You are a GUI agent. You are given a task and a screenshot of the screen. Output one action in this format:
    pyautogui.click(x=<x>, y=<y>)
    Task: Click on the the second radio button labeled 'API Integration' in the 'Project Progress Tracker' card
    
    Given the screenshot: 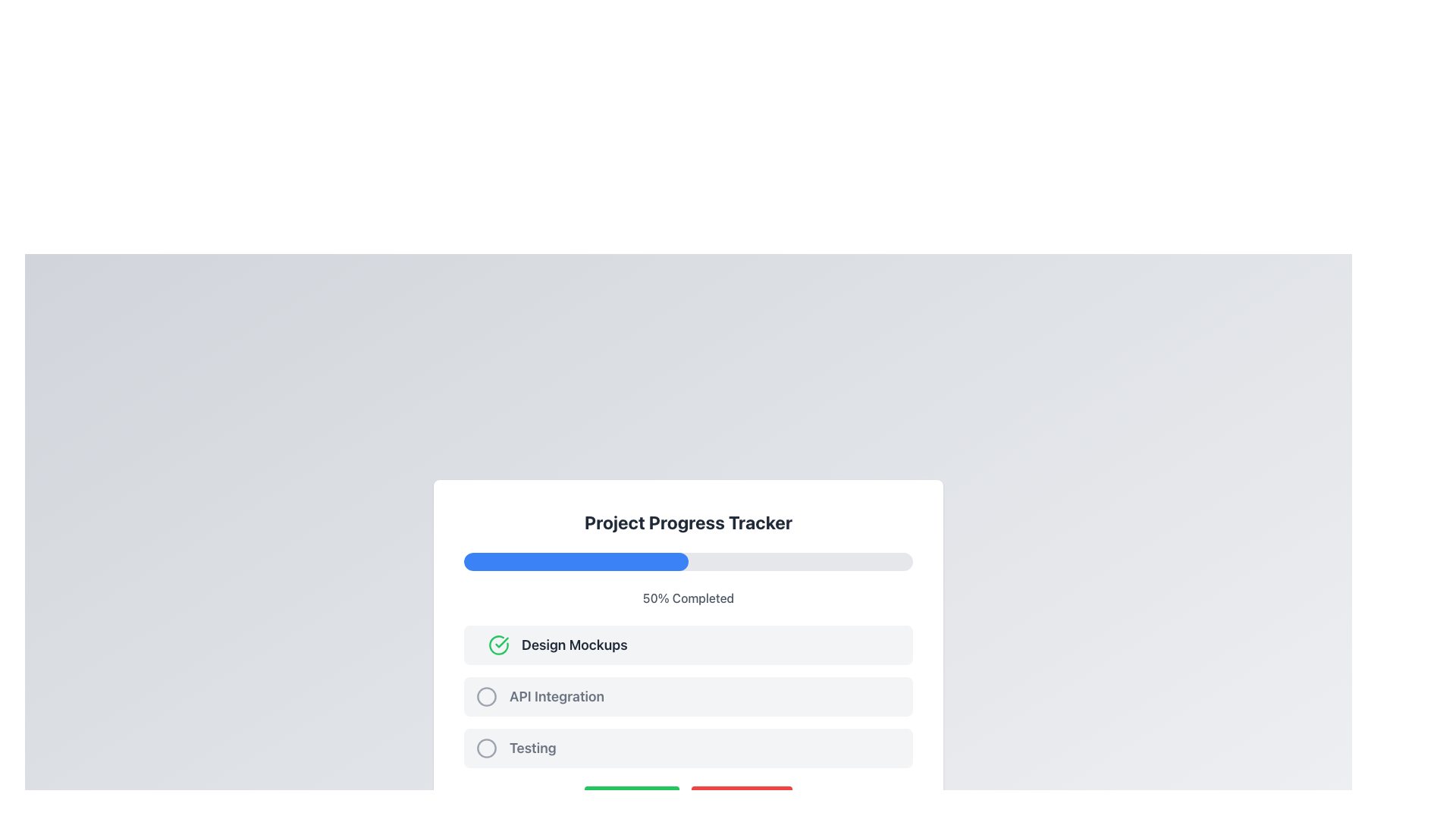 What is the action you would take?
    pyautogui.click(x=687, y=696)
    